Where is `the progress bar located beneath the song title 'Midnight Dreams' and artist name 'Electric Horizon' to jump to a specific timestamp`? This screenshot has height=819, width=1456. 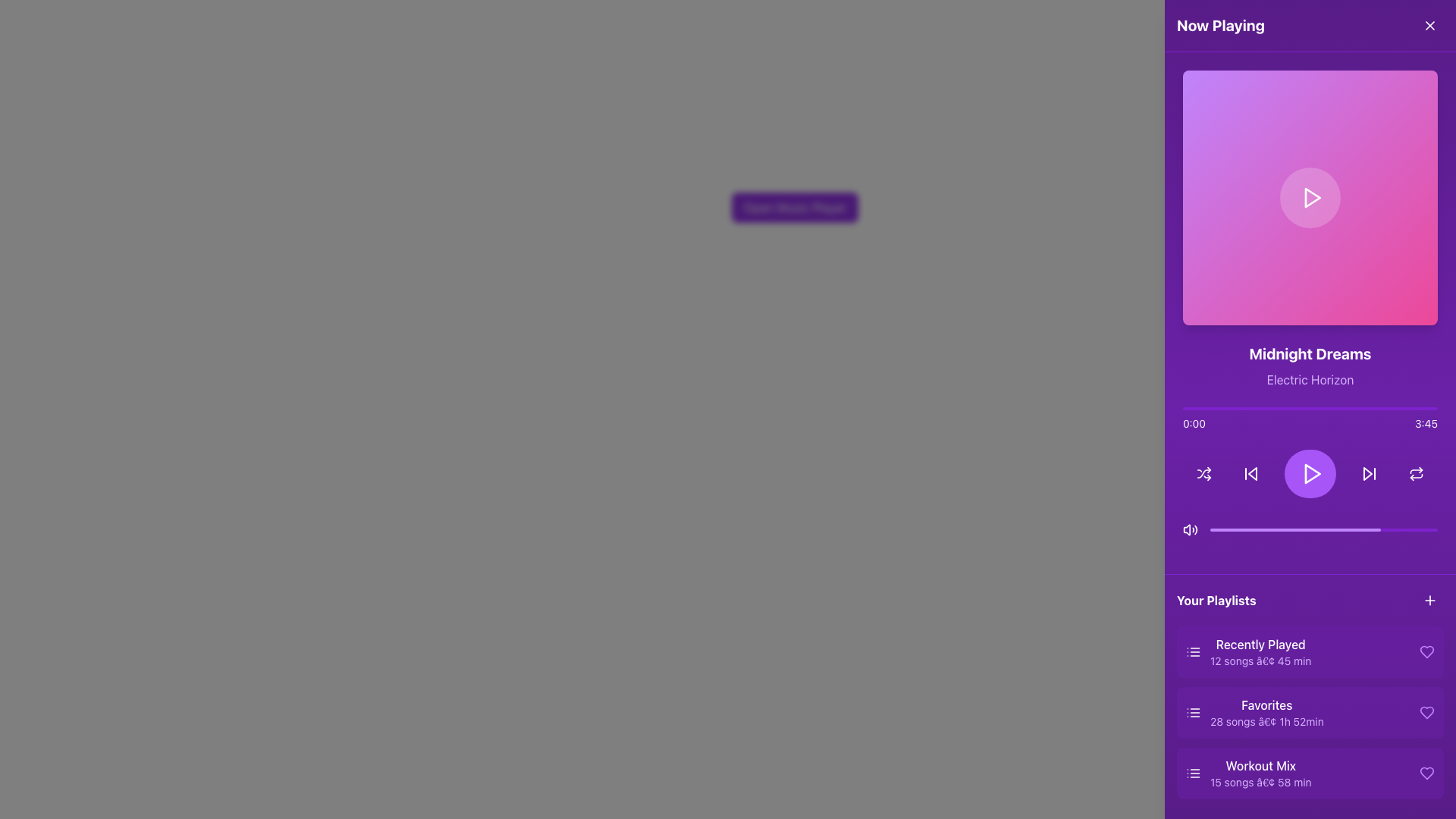
the progress bar located beneath the song title 'Midnight Dreams' and artist name 'Electric Horizon' to jump to a specific timestamp is located at coordinates (1310, 408).